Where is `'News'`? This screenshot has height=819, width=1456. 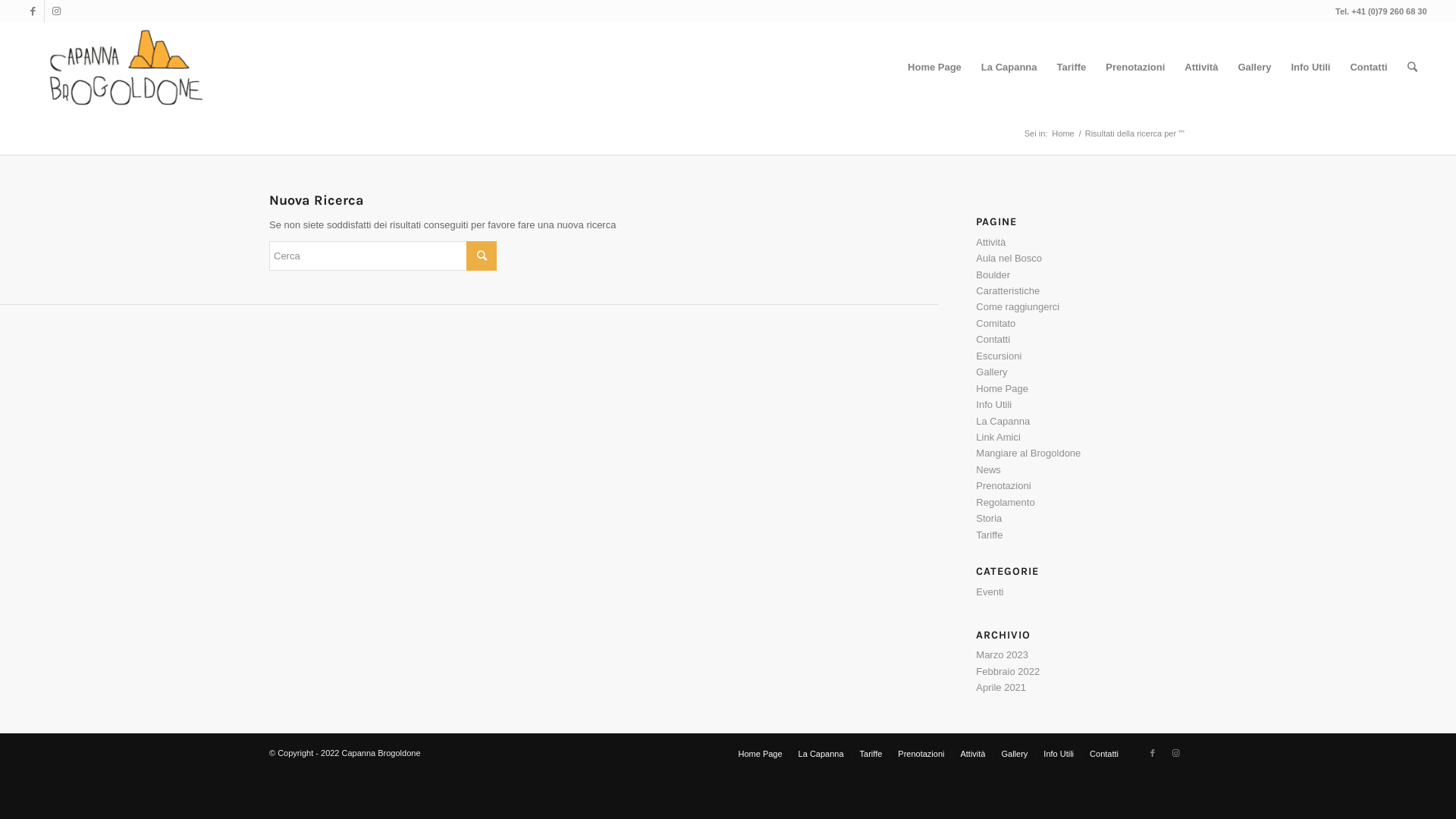
'News' is located at coordinates (975, 469).